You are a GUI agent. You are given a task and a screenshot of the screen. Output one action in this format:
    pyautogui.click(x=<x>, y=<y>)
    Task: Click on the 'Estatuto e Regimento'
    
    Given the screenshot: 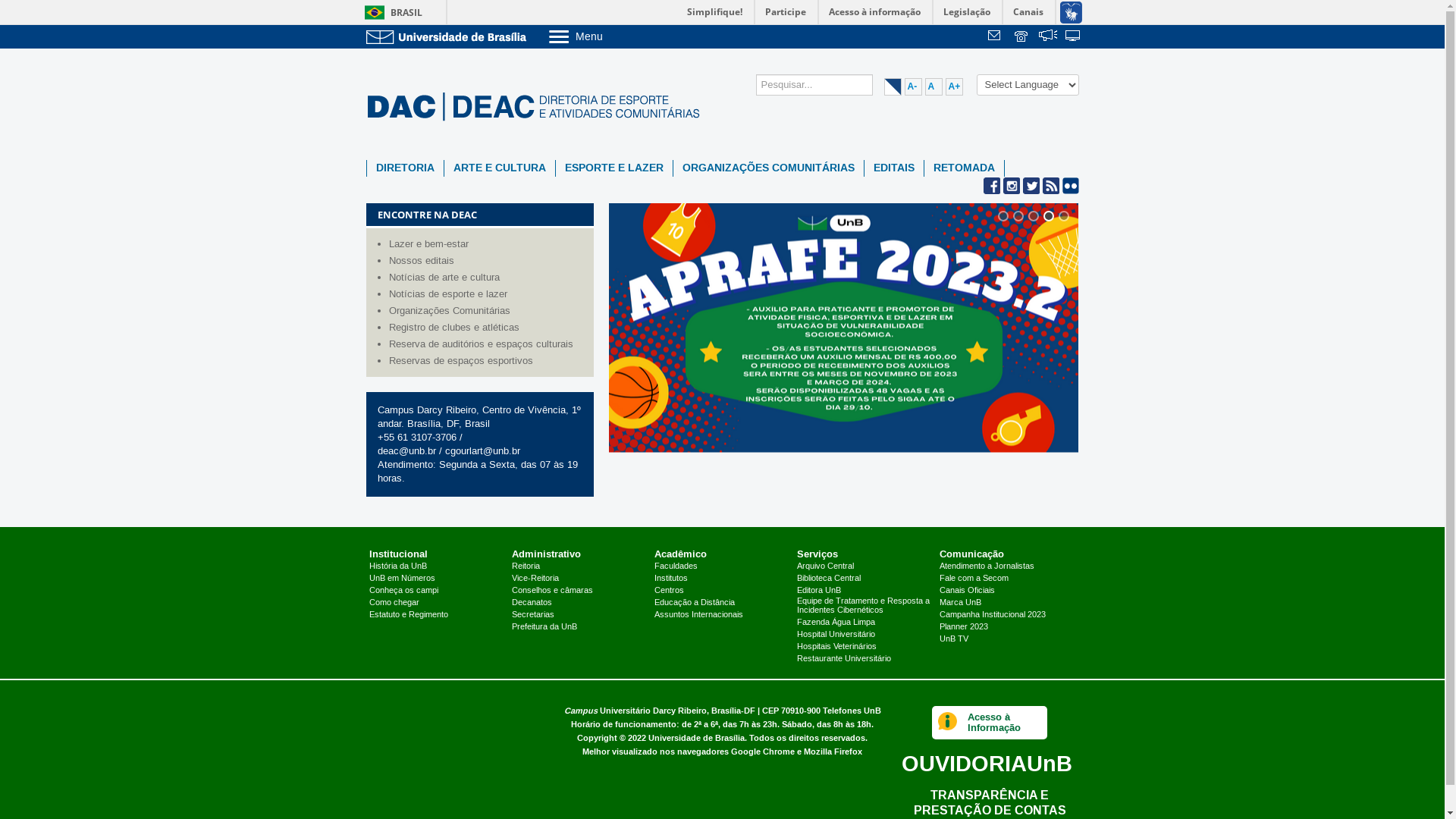 What is the action you would take?
    pyautogui.click(x=369, y=614)
    